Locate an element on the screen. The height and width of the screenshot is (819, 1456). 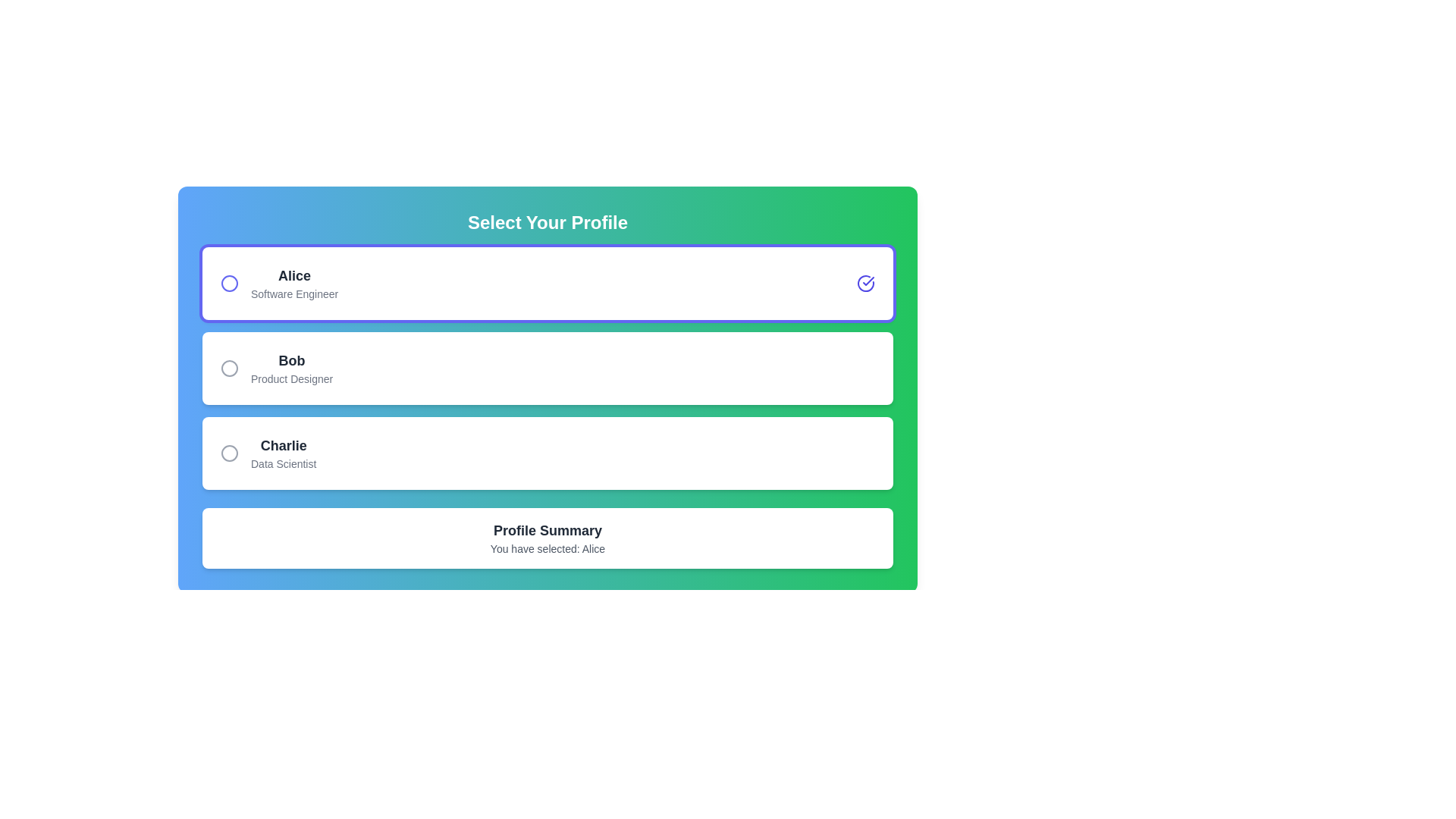
the text label that describes the role or profession associated with the profile name 'Alice', located directly beneath it in the first profile card of a vertically stacked list of profiles is located at coordinates (294, 294).